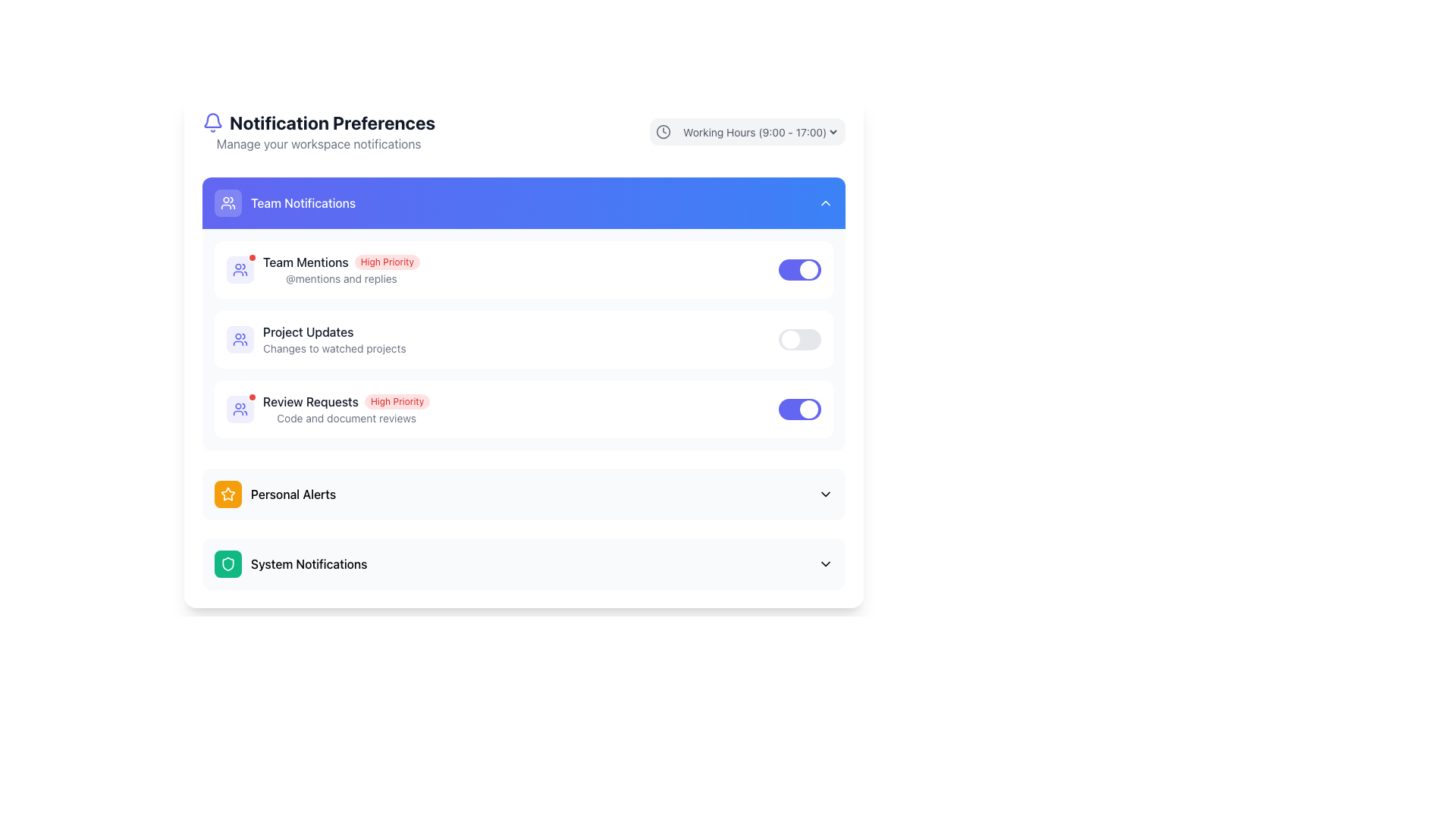 The image size is (1456, 819). I want to click on the shield icon representing the 'System Notifications' section, so click(227, 564).